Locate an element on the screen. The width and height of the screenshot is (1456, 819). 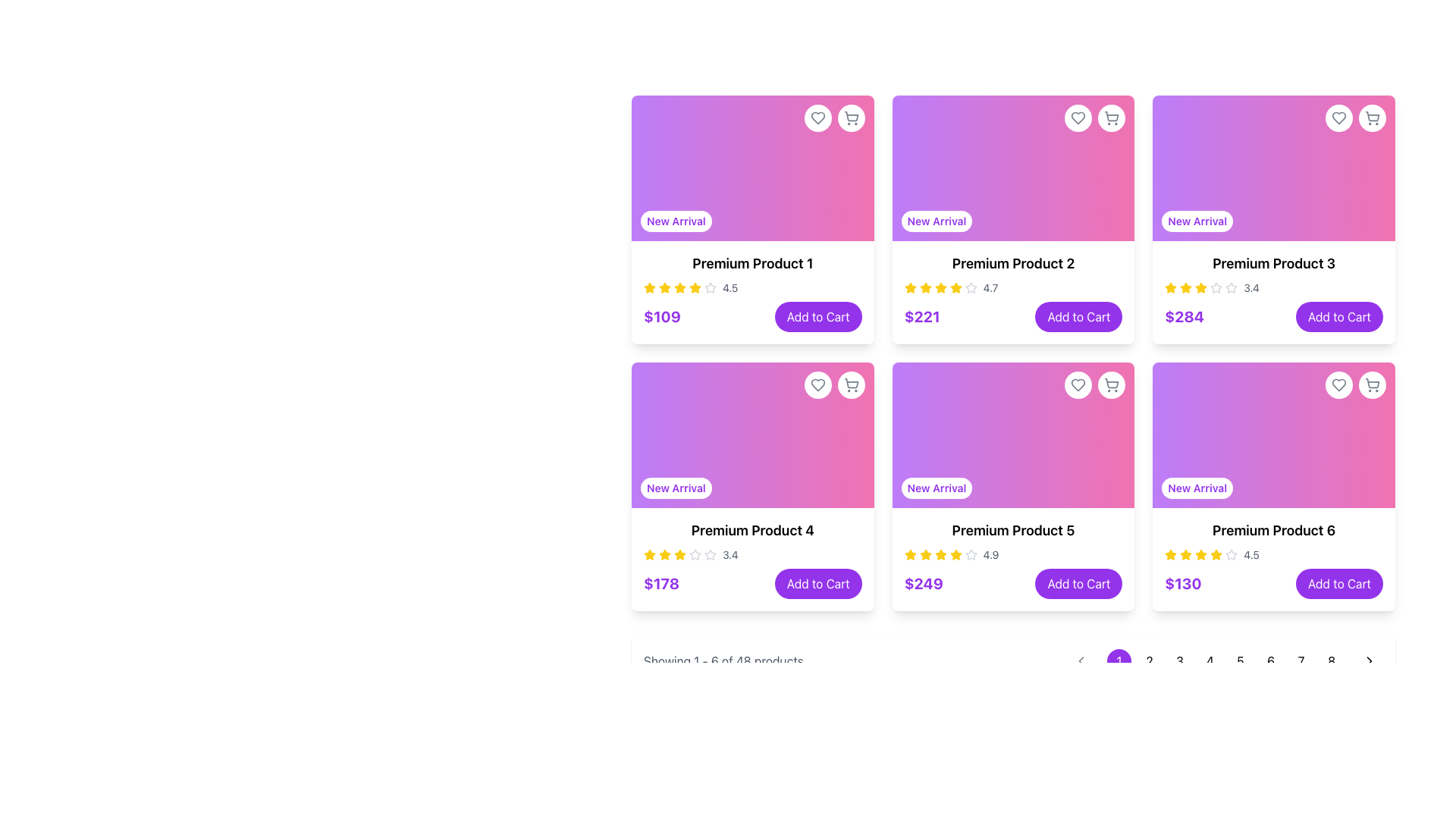
the second pagination button, located between the buttons labeled '1' and '3' is located at coordinates (1150, 660).